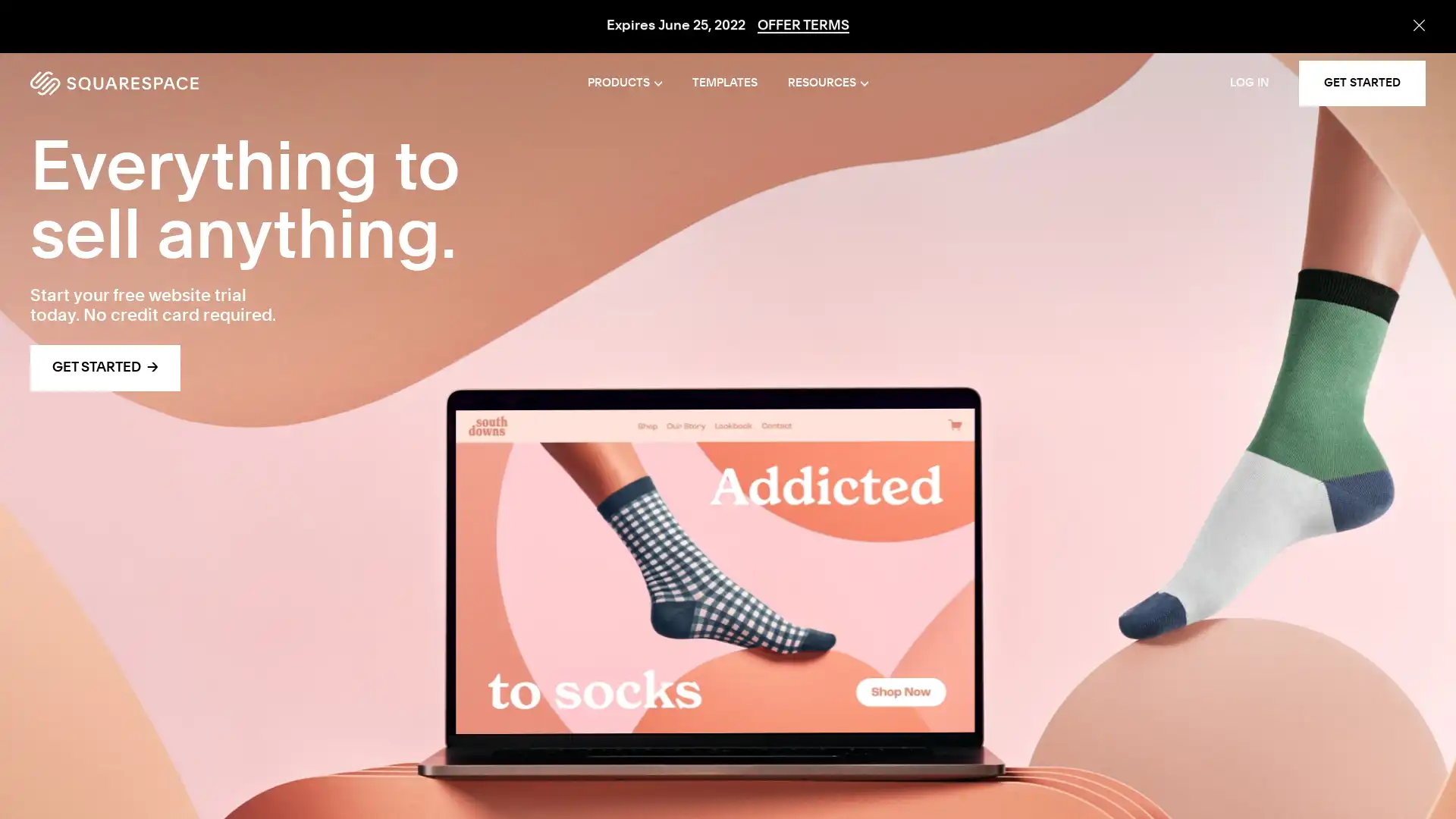 This screenshot has width=1456, height=819. I want to click on Products dropdown menu, so click(625, 83).